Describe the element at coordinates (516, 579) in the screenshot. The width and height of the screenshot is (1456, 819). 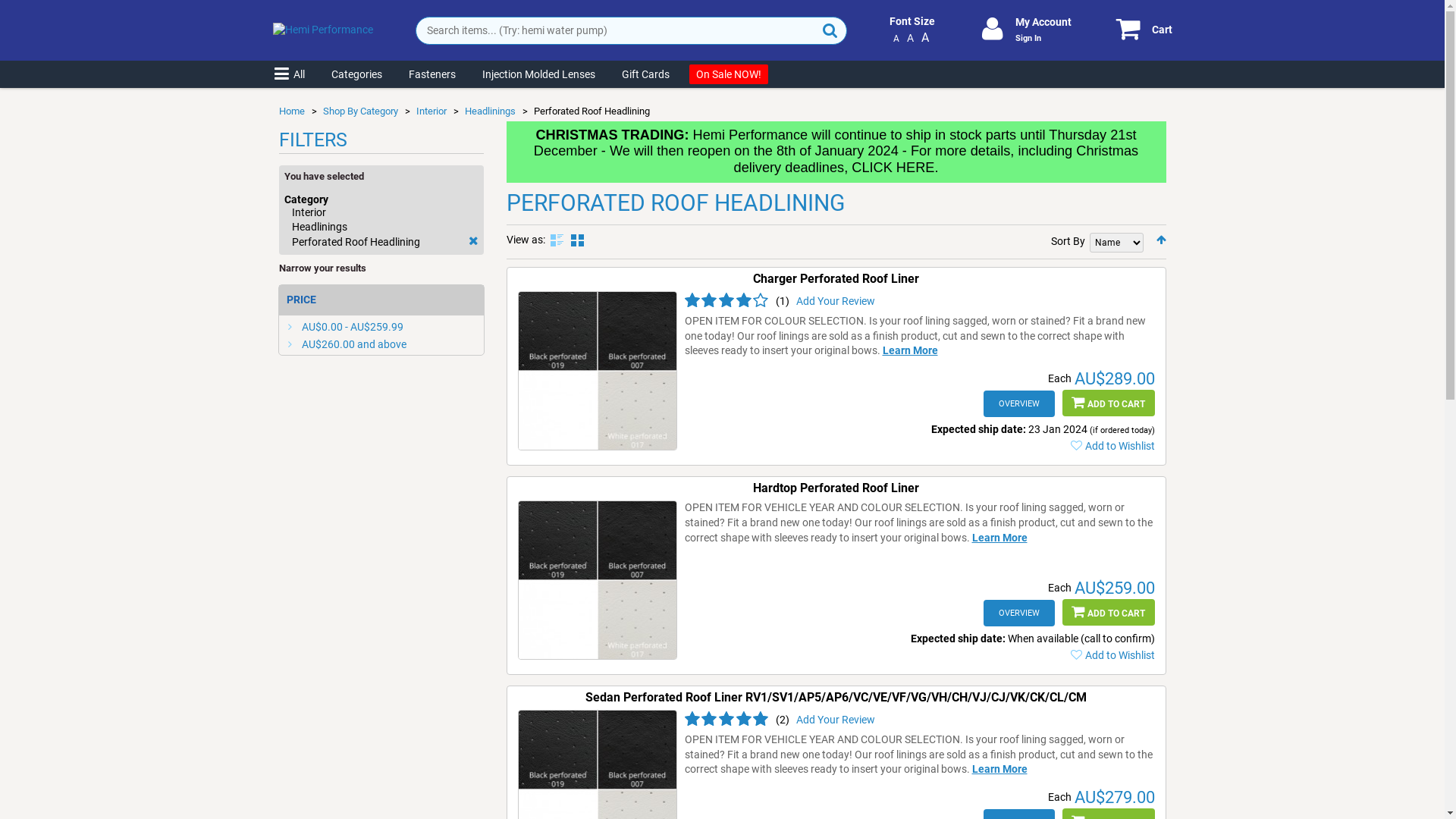
I see `'Hardtop Perforated Roof Liner'` at that location.